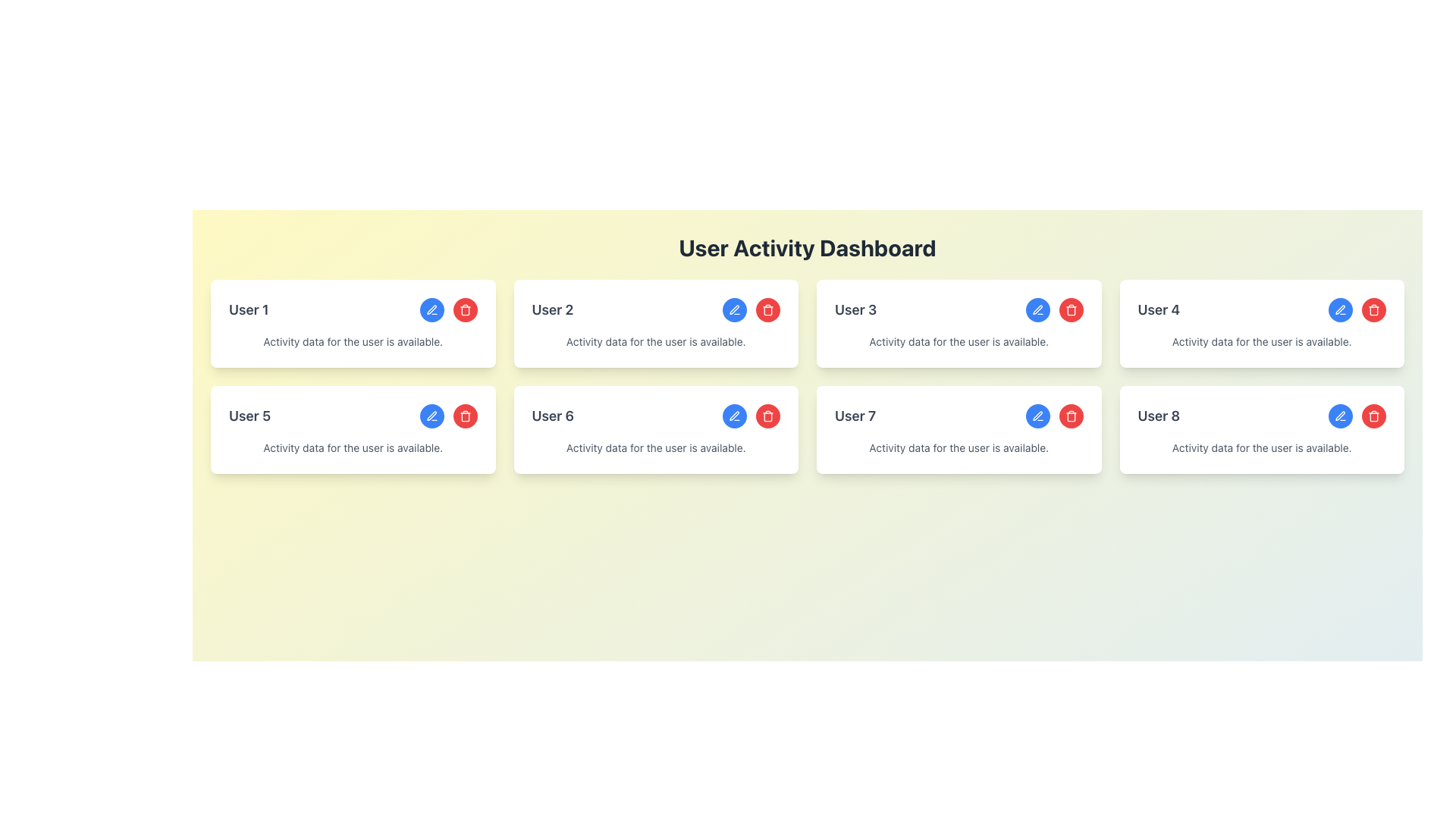  Describe the element at coordinates (1373, 309) in the screenshot. I see `the delete button located in the top-right corner of the fourth user card in the user activity dashboard` at that location.